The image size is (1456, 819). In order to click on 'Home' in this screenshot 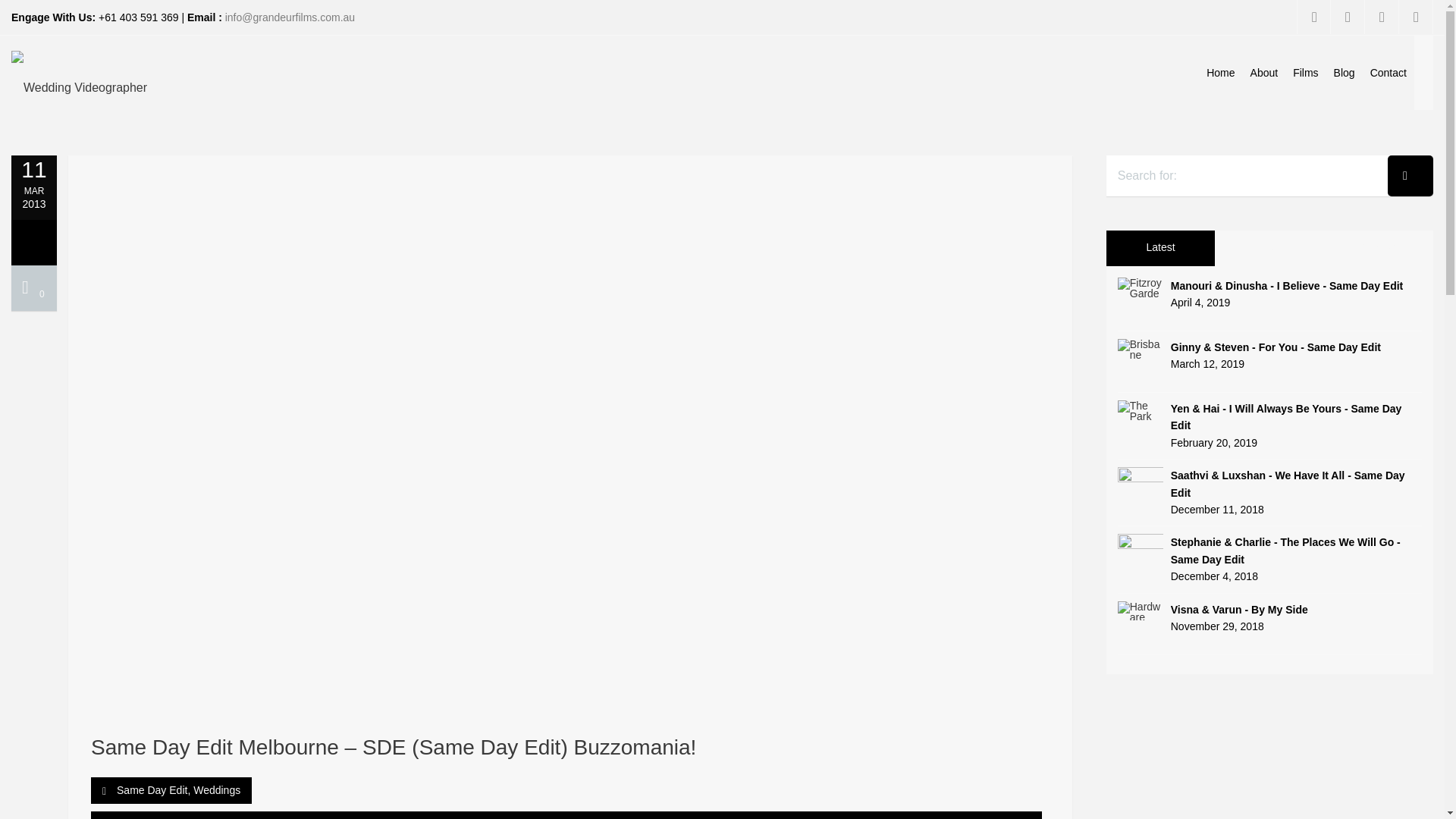, I will do `click(1220, 73)`.